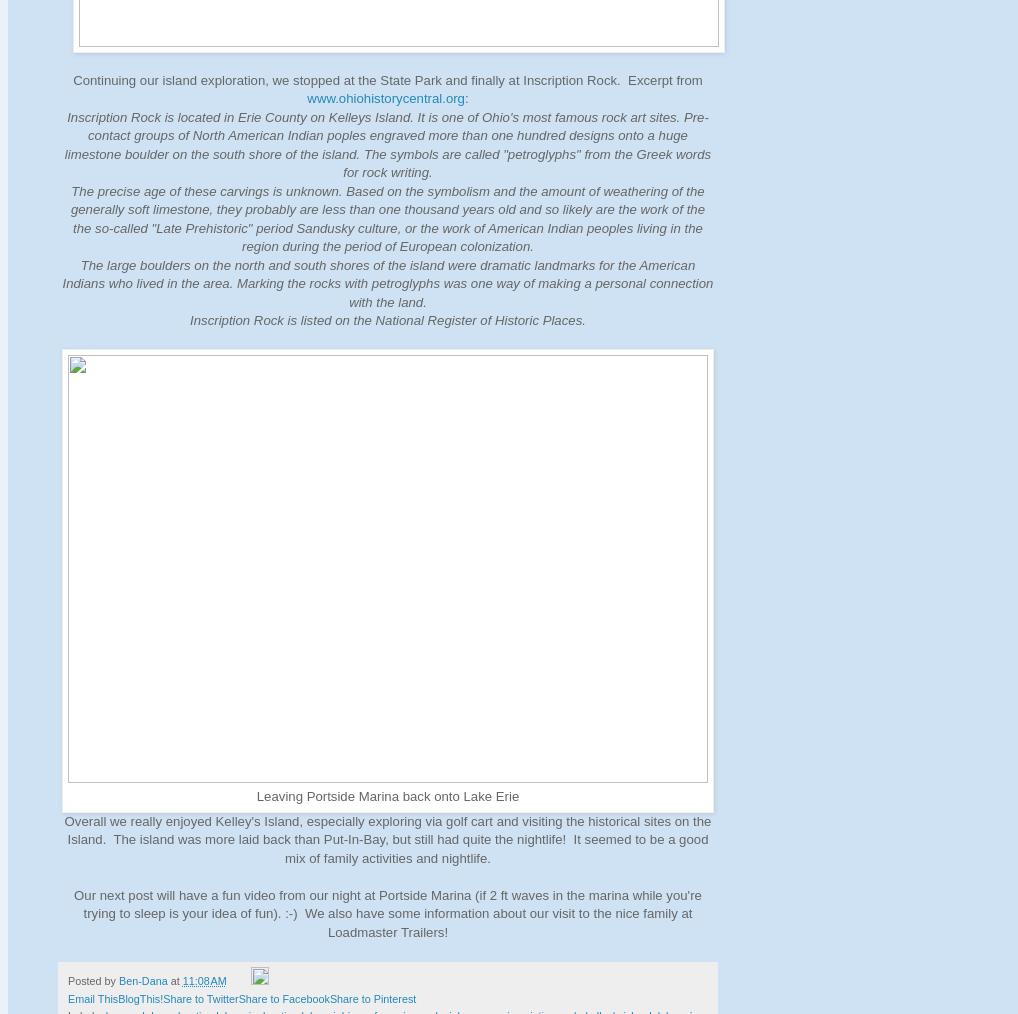 This screenshot has height=1014, width=1018. I want to click on 'The large boulders on the north and south shores of the island were 
dramatic landmarks for the American Indians who lived in the area. 
Marking the rocks with petroglyphs was one way of making a personal 
connection with the land.', so click(387, 283).